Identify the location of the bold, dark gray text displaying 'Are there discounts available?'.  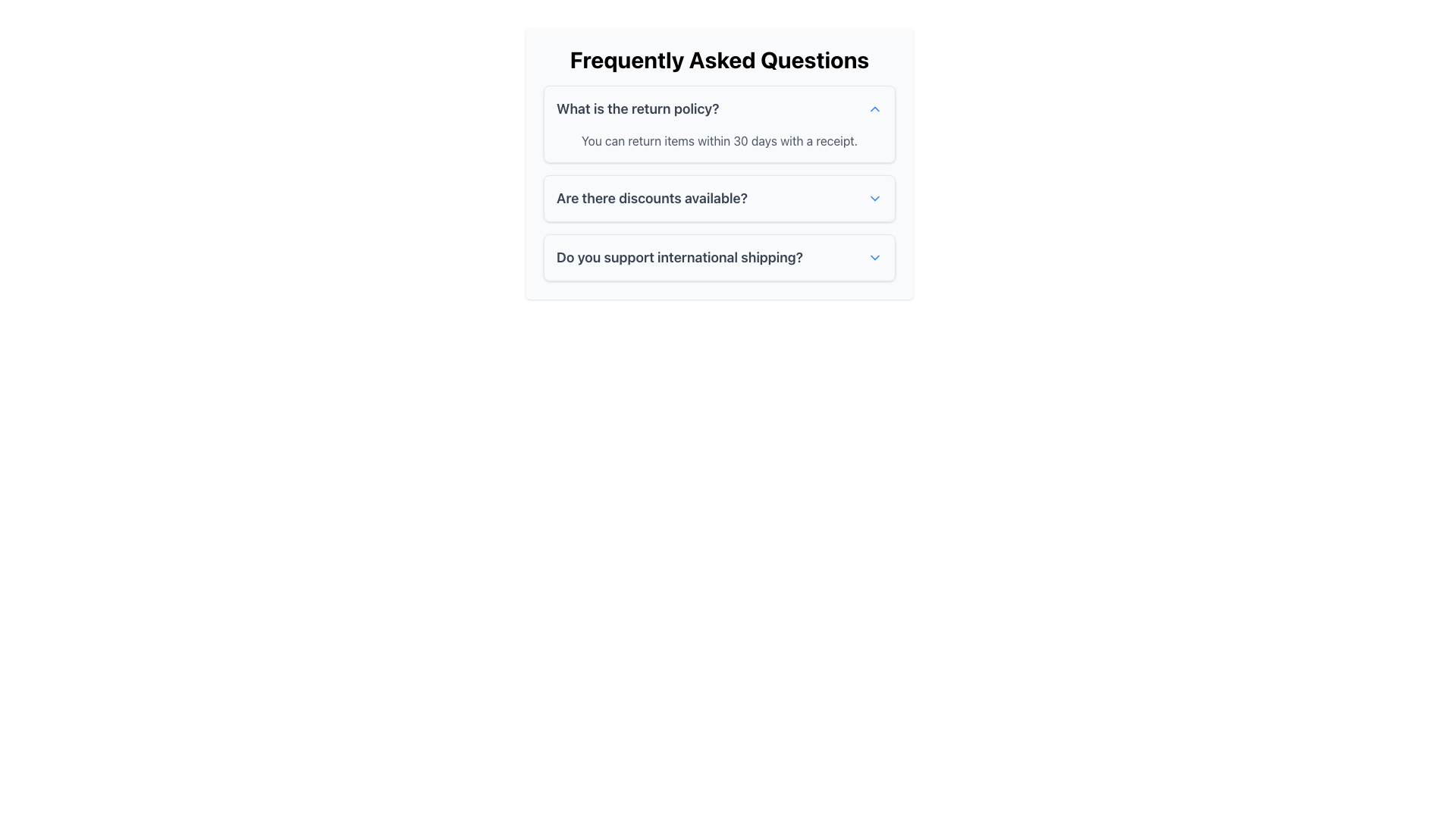
(651, 198).